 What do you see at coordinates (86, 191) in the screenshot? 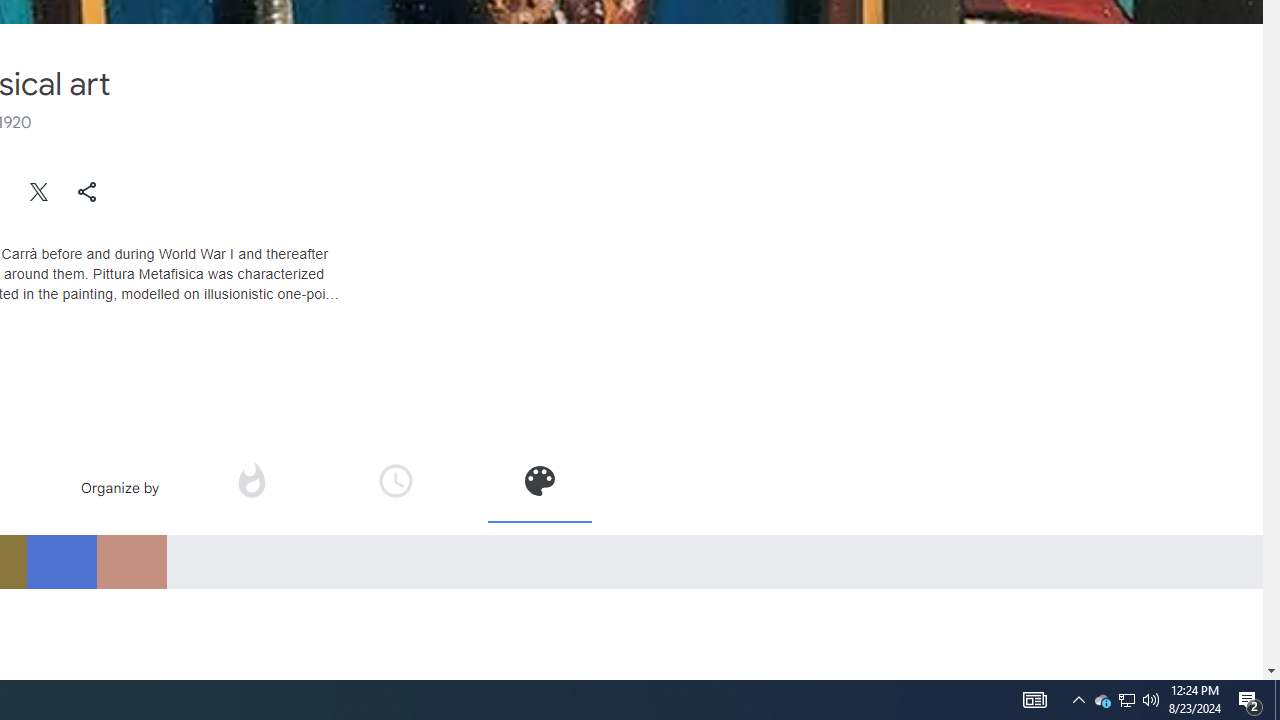
I see `'Share "Metaphysical art"'` at bounding box center [86, 191].